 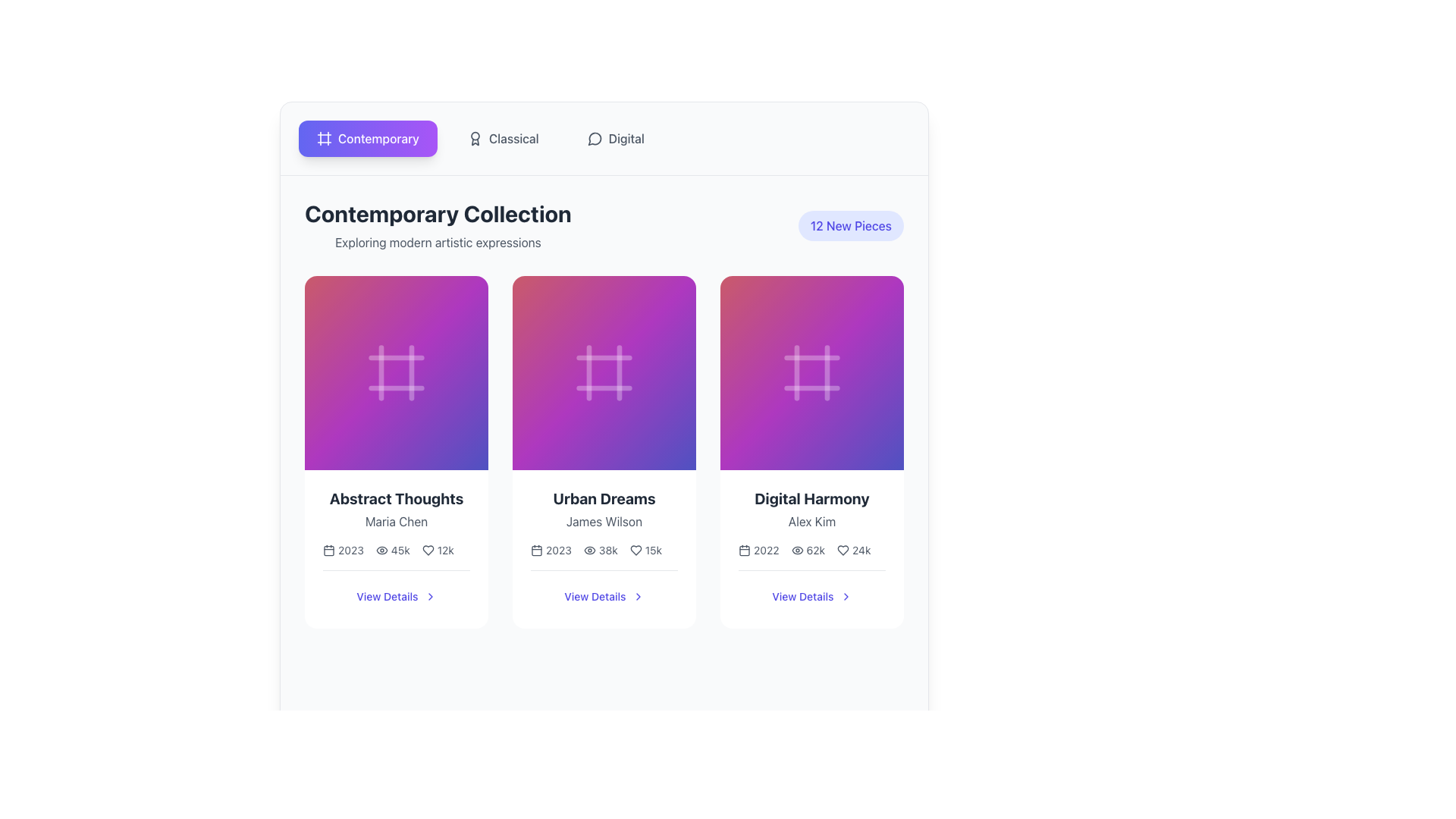 What do you see at coordinates (474, 138) in the screenshot?
I see `the award medal icon located to the left of the text 'Classical' in the navigation header` at bounding box center [474, 138].